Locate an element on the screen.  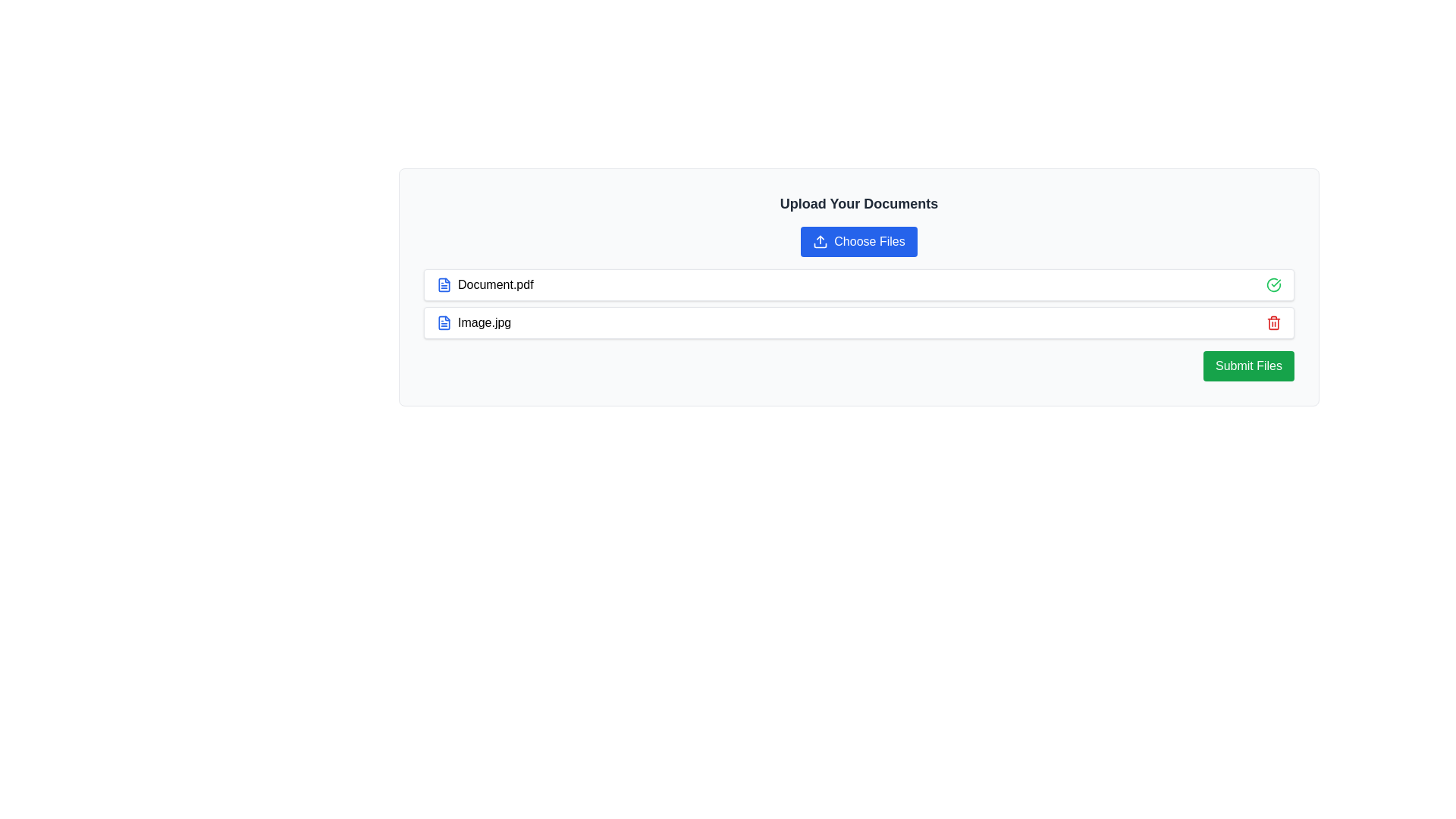
the blue file icon that is positioned to the left of the text label 'Document.pdf', which represents the associated file entry is located at coordinates (443, 284).